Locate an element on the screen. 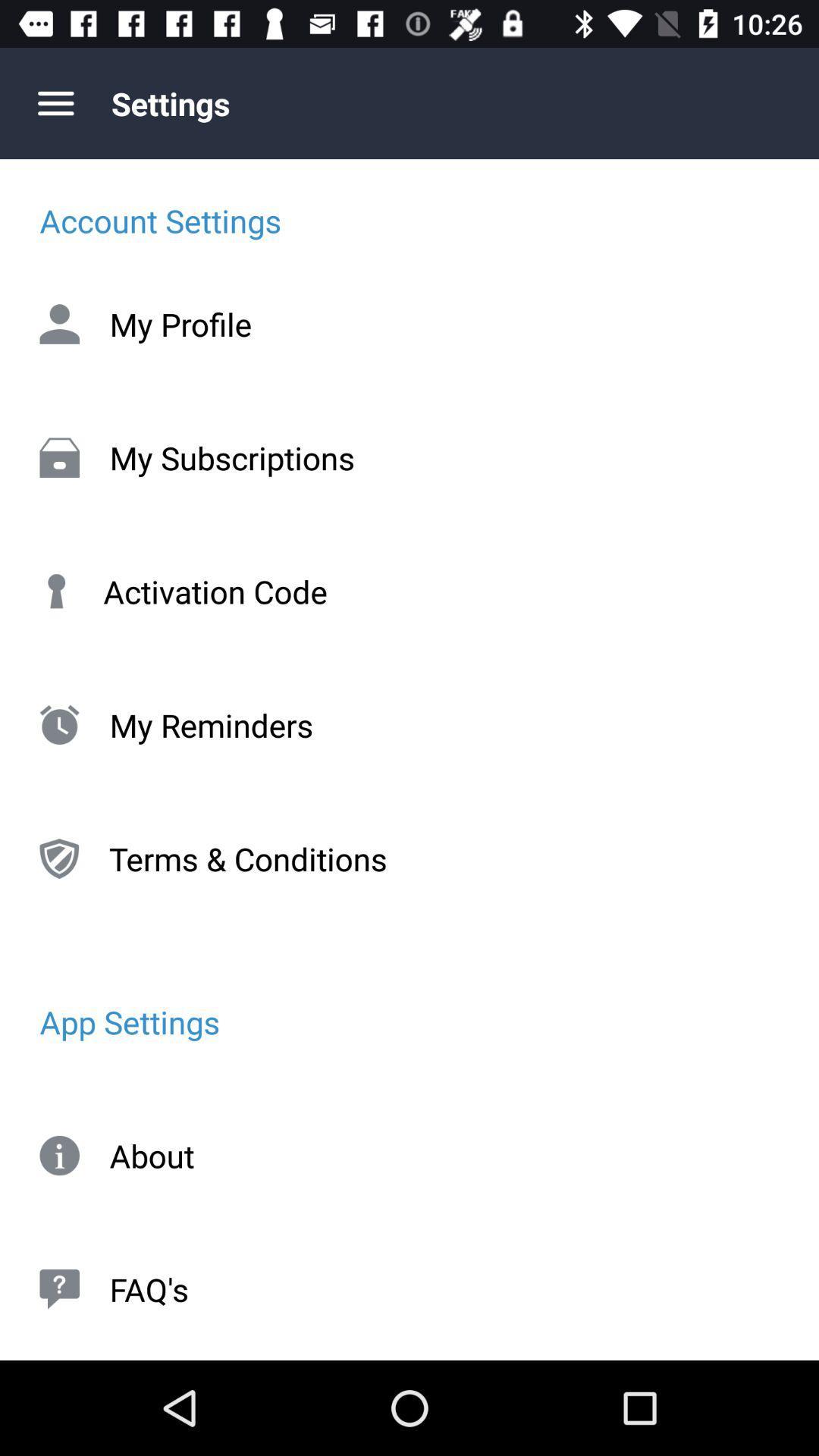 The width and height of the screenshot is (819, 1456). the icon above my reminders icon is located at coordinates (409, 590).